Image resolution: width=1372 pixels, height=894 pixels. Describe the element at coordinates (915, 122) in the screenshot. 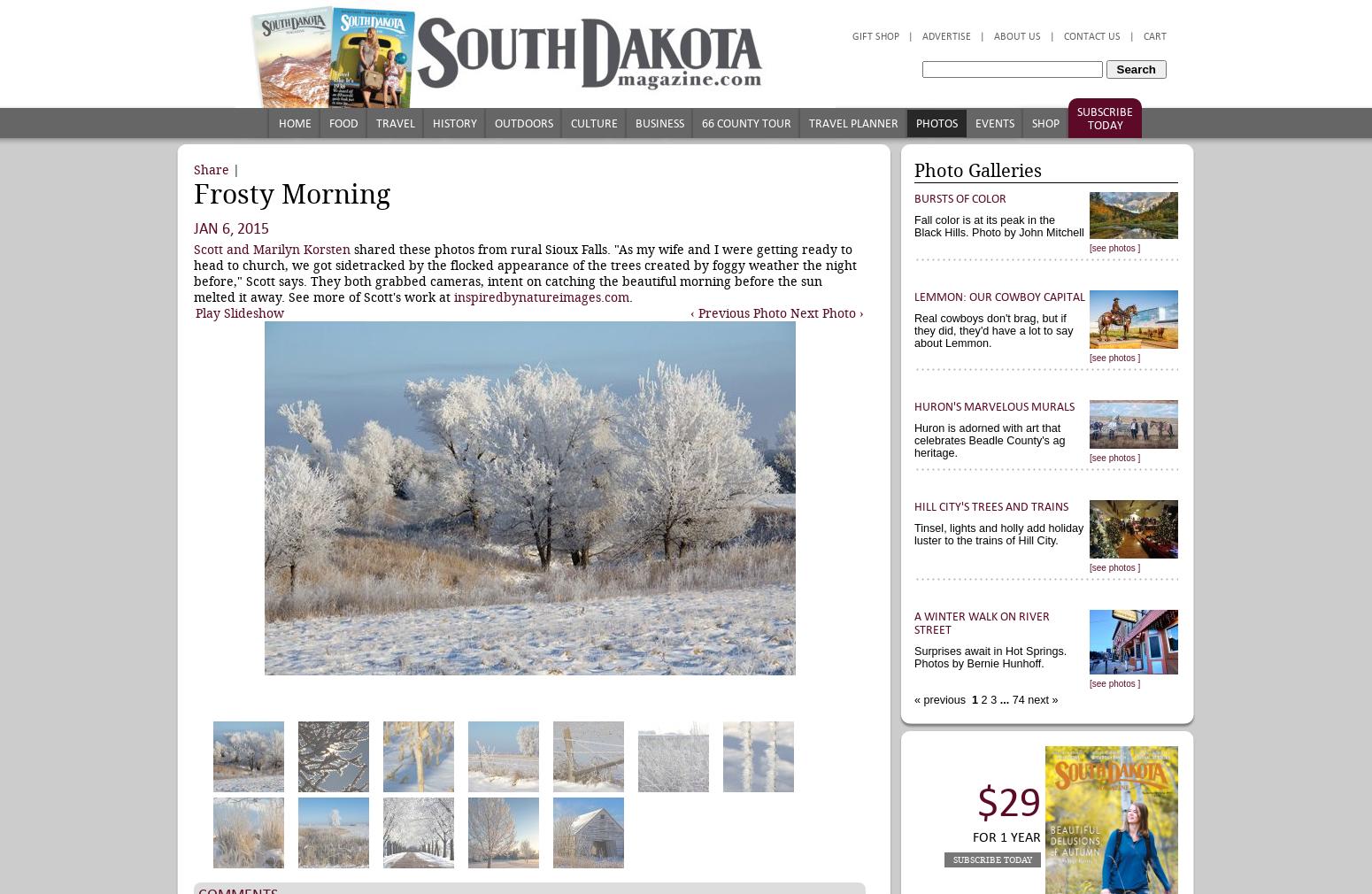

I see `'Photos'` at that location.